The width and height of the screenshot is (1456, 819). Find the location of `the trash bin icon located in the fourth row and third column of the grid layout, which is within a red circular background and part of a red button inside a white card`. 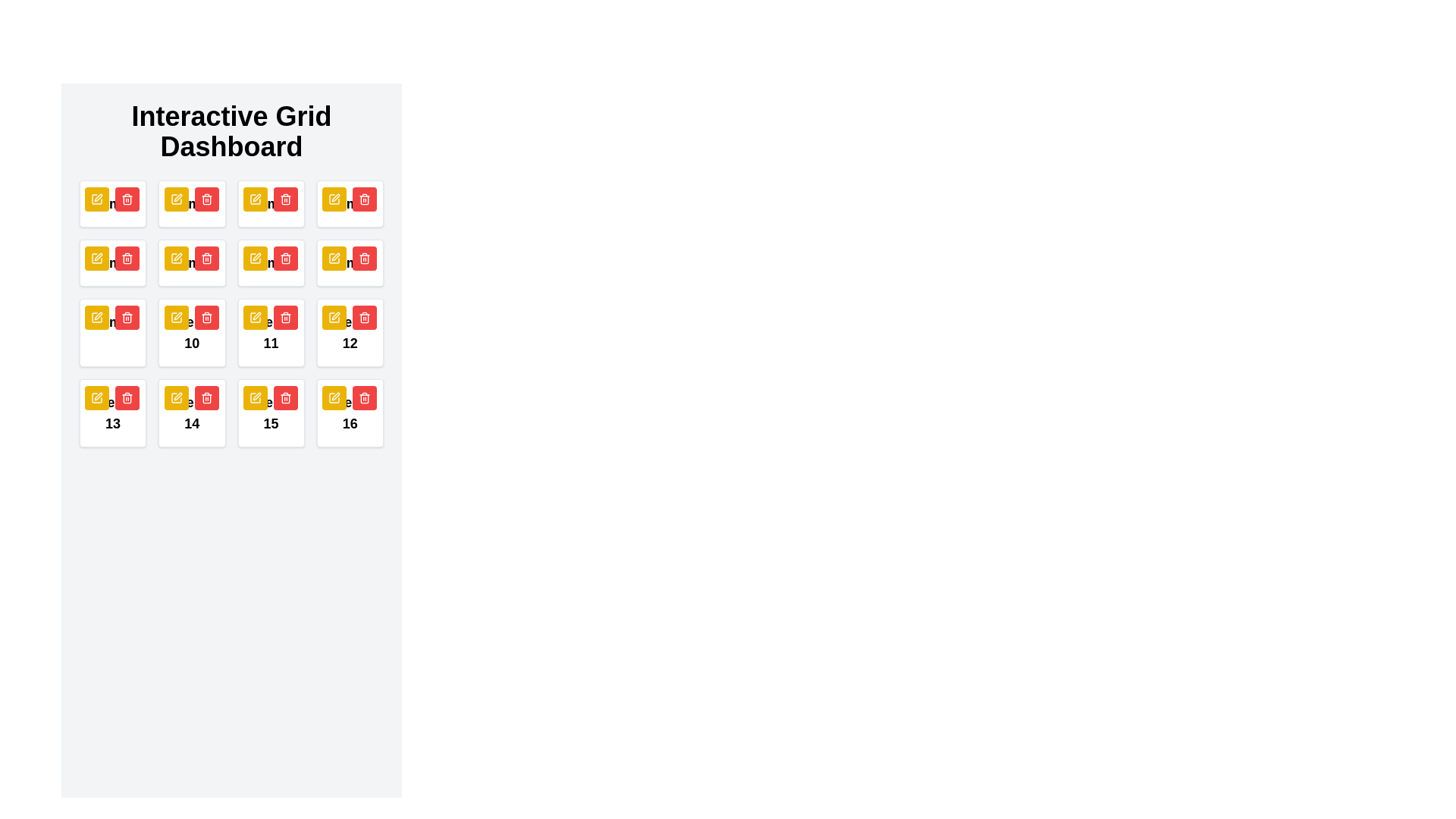

the trash bin icon located in the fourth row and third column of the grid layout, which is within a red circular background and part of a red button inside a white card is located at coordinates (285, 317).